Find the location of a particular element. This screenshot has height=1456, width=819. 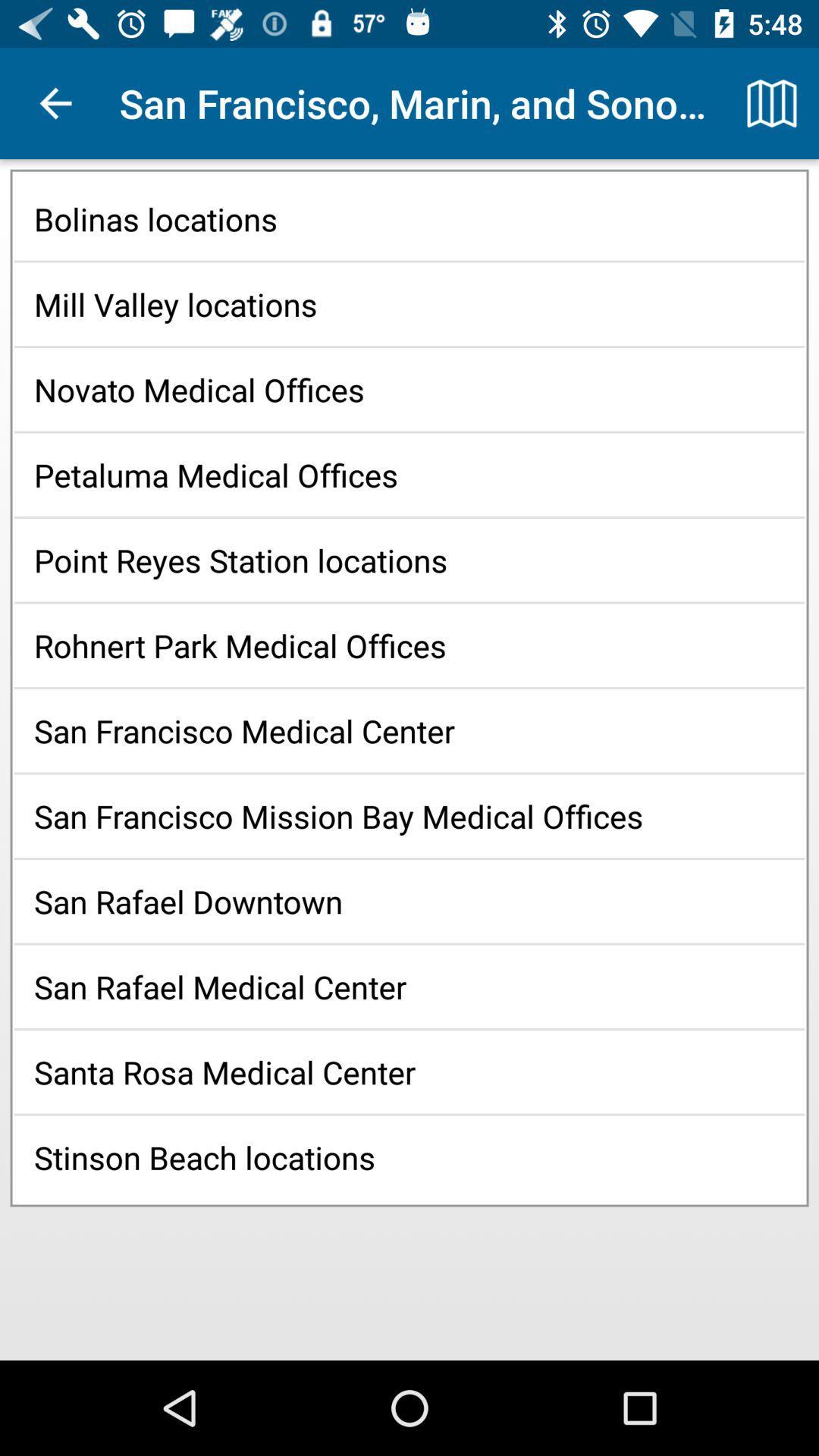

icon at the top left corner is located at coordinates (55, 102).